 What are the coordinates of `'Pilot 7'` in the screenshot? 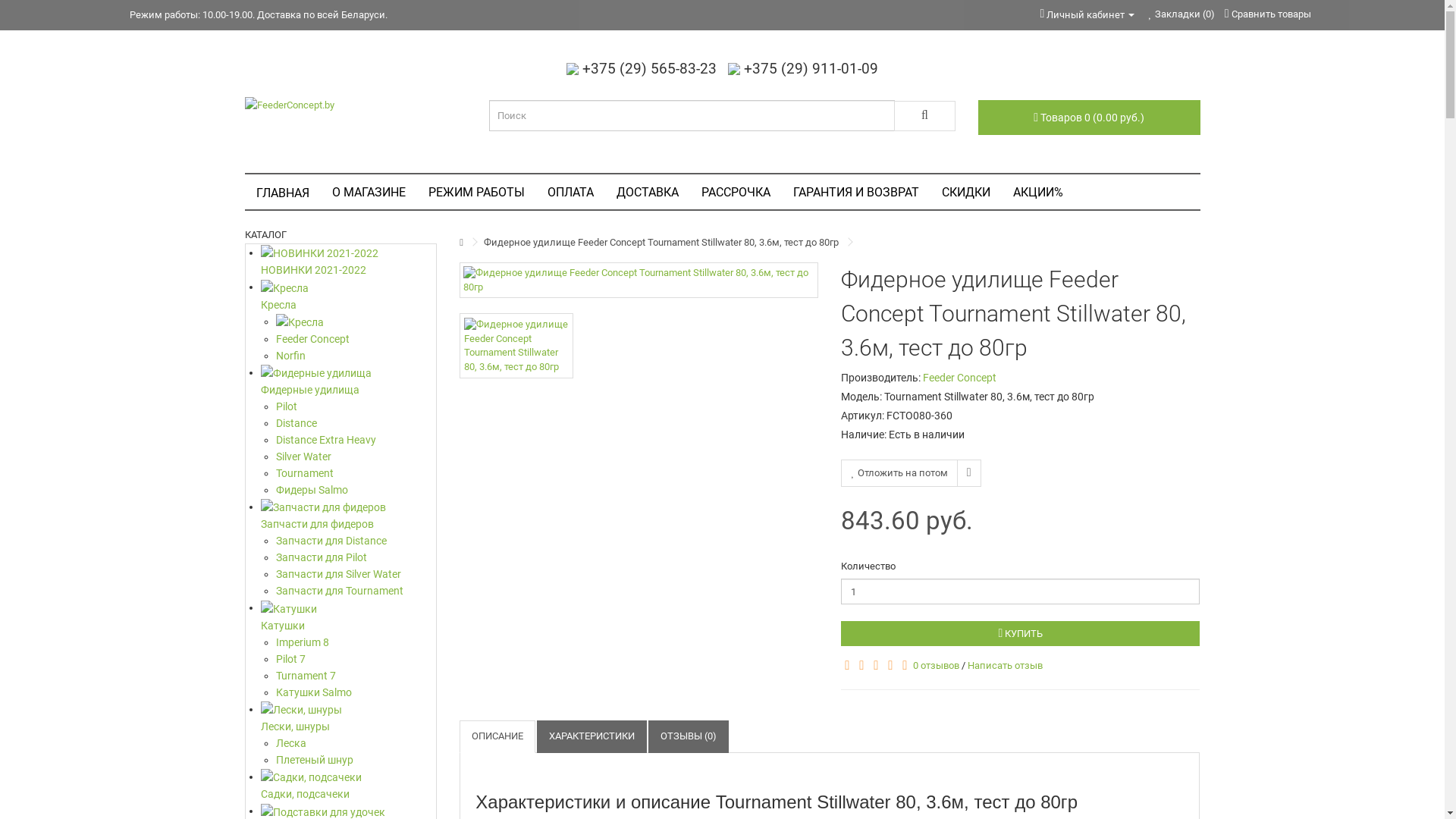 It's located at (356, 657).